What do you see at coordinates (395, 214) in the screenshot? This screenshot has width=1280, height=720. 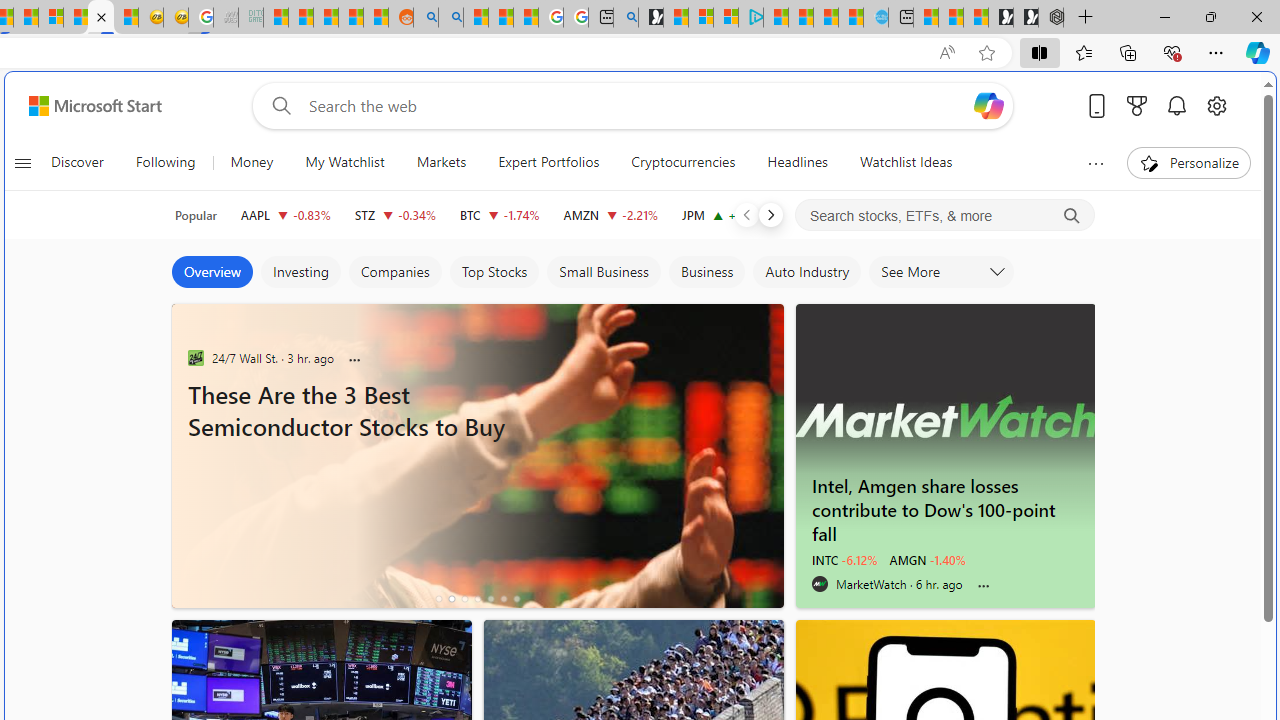 I see `'STZ CONSTELLATION BRANDS, INC. decrease 243.92 -0.82 -0.34%'` at bounding box center [395, 214].